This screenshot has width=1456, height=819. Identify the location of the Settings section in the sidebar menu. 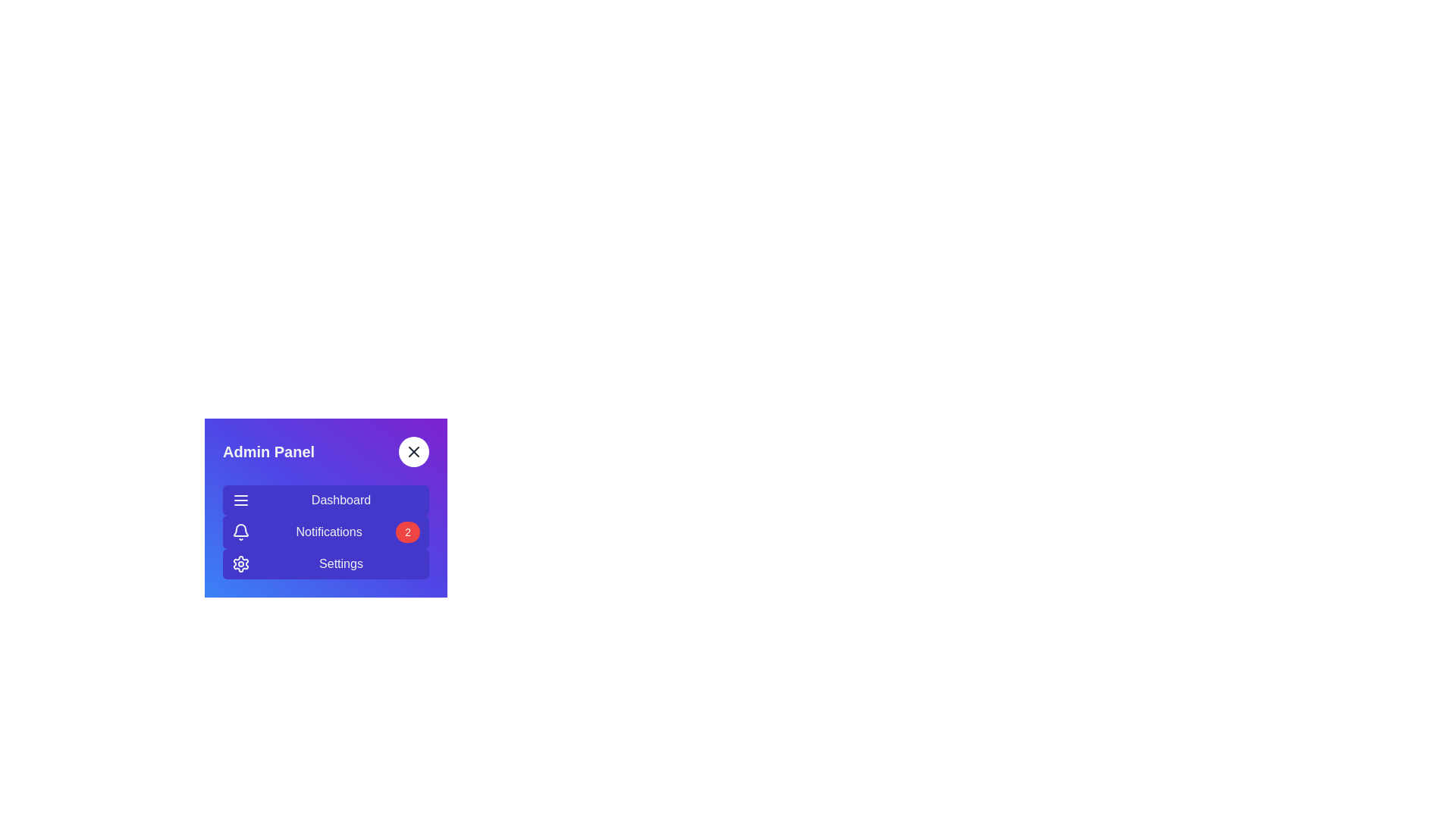
(325, 564).